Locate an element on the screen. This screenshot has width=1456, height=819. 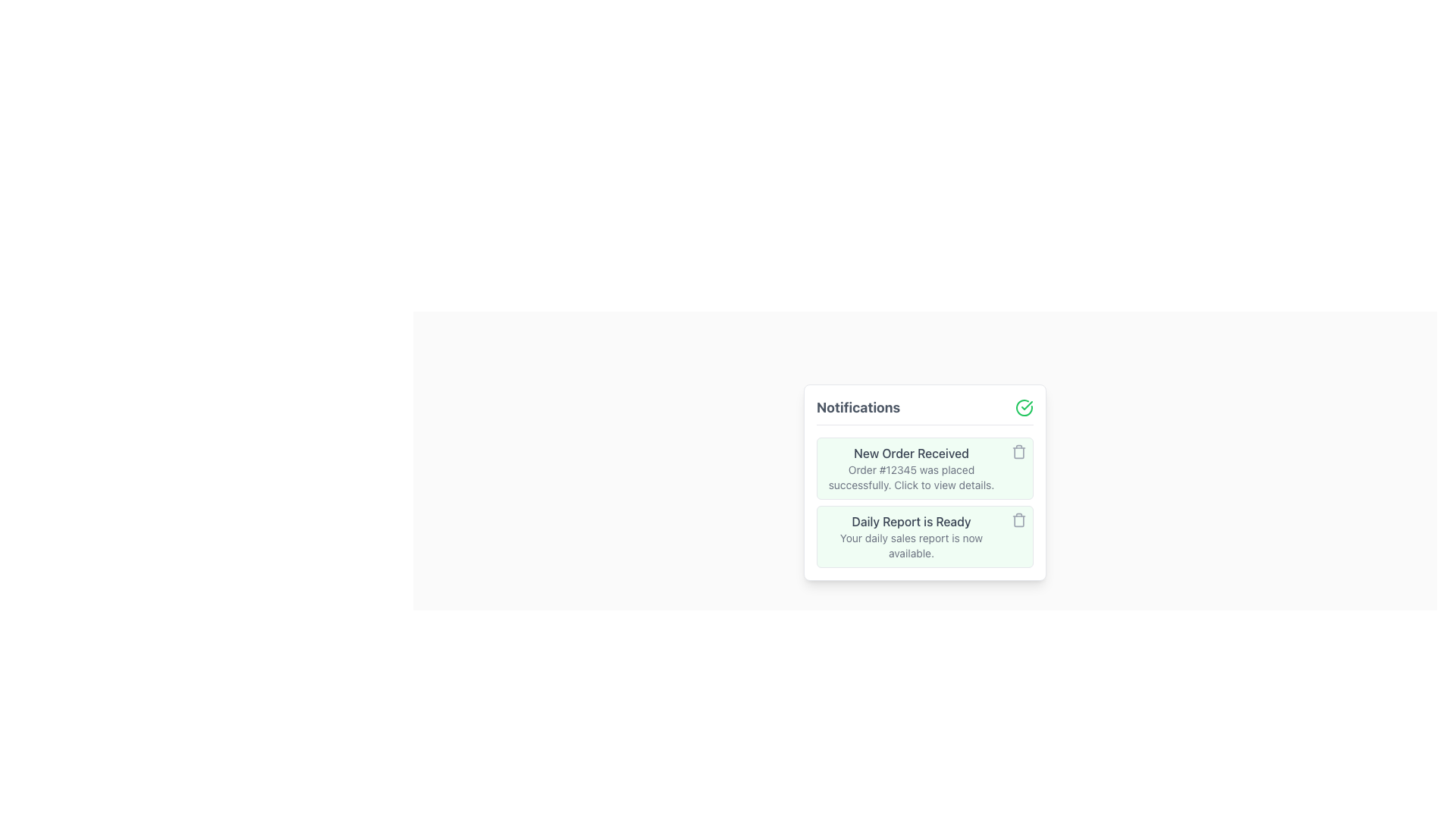
the notification title text indicating that the daily sales report is ready, which is located in the second card of the 'Notifications' list is located at coordinates (910, 520).